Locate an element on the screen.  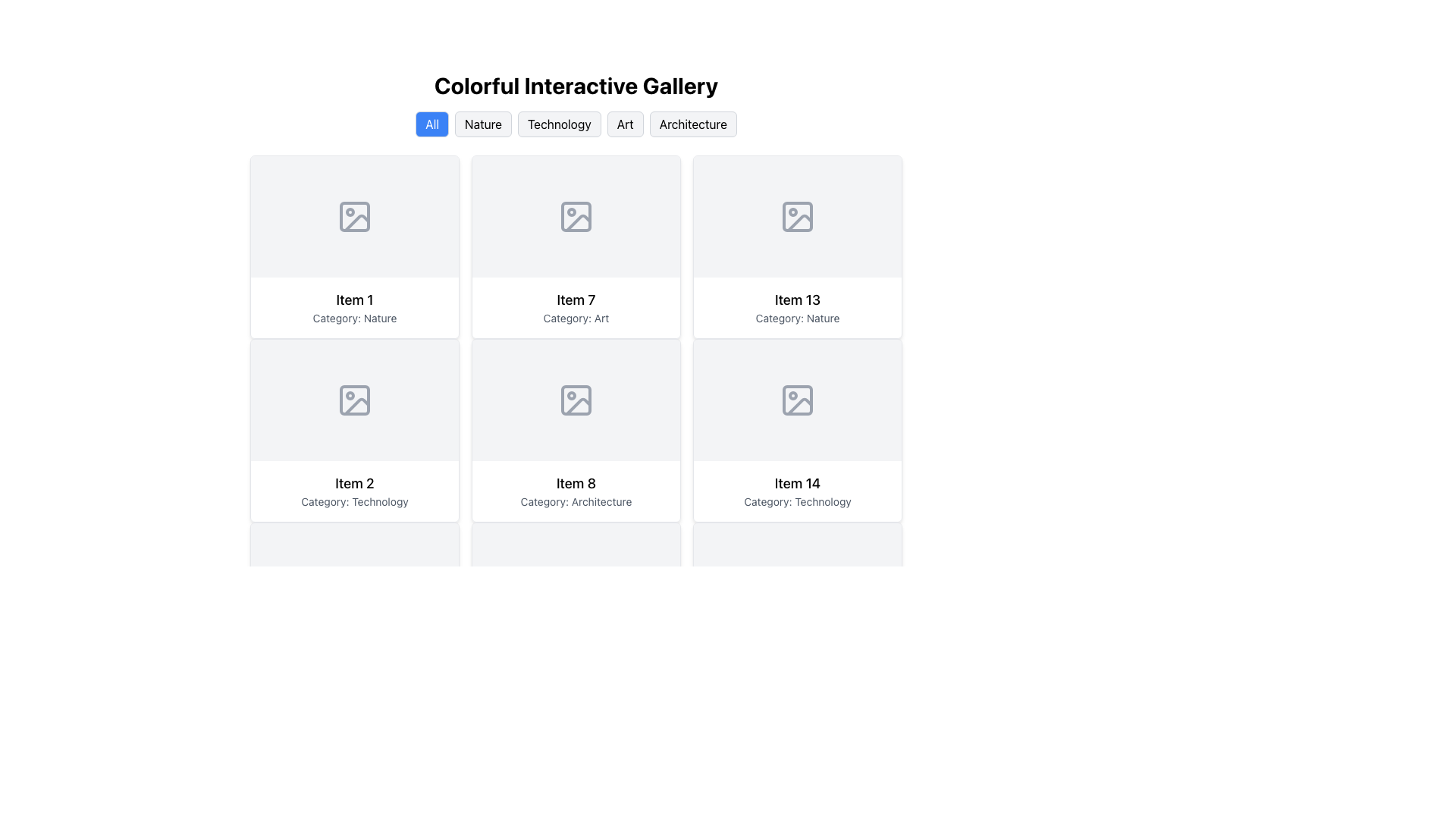
the gray icon resembling an image frame located in the top-left cell of the grid layout, associated with 'Item 1' under the 'Nature' category is located at coordinates (353, 216).